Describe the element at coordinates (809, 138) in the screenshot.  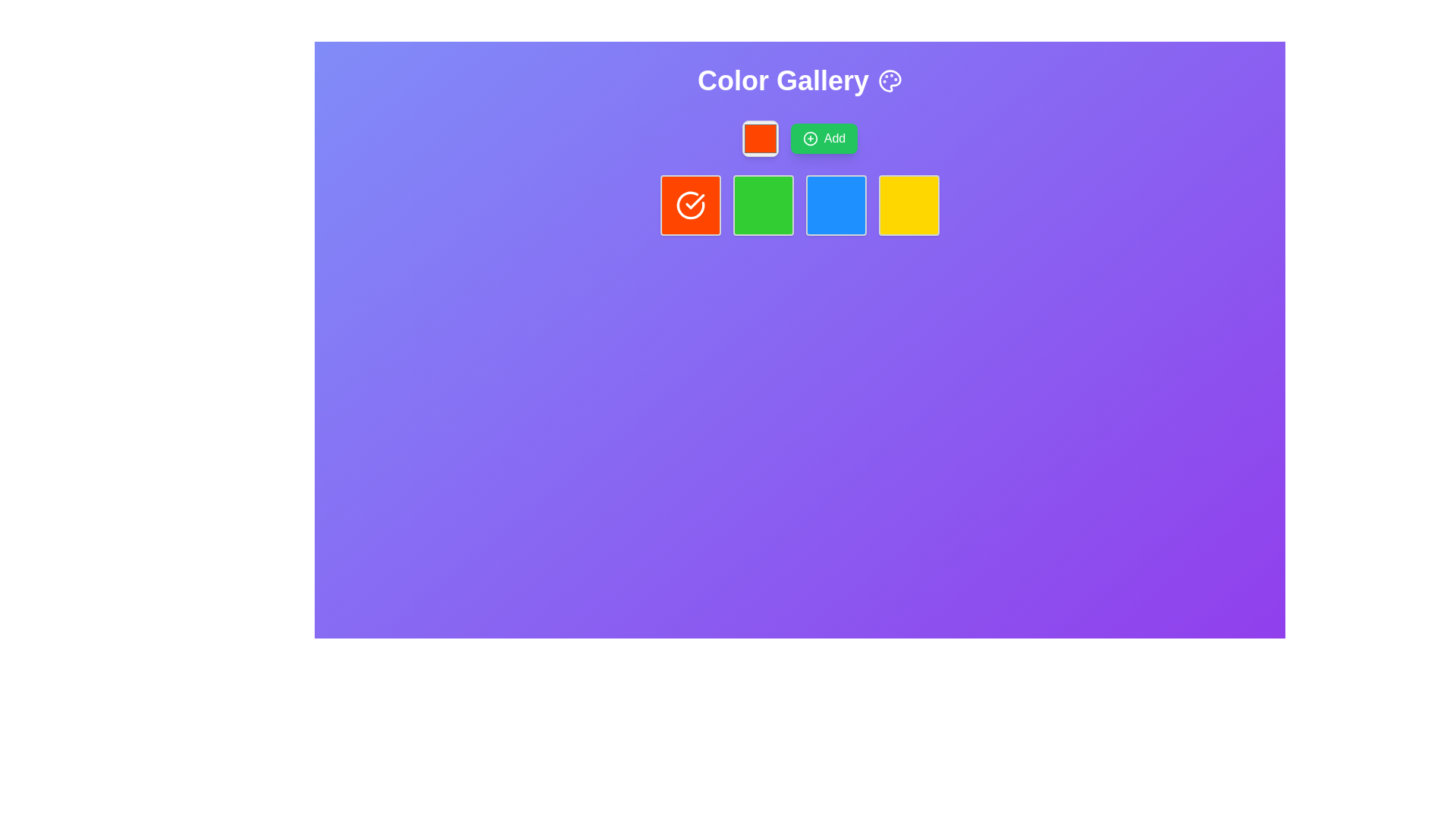
I see `the circular outline of the 'Add' button, which visually represents the ability to add items` at that location.